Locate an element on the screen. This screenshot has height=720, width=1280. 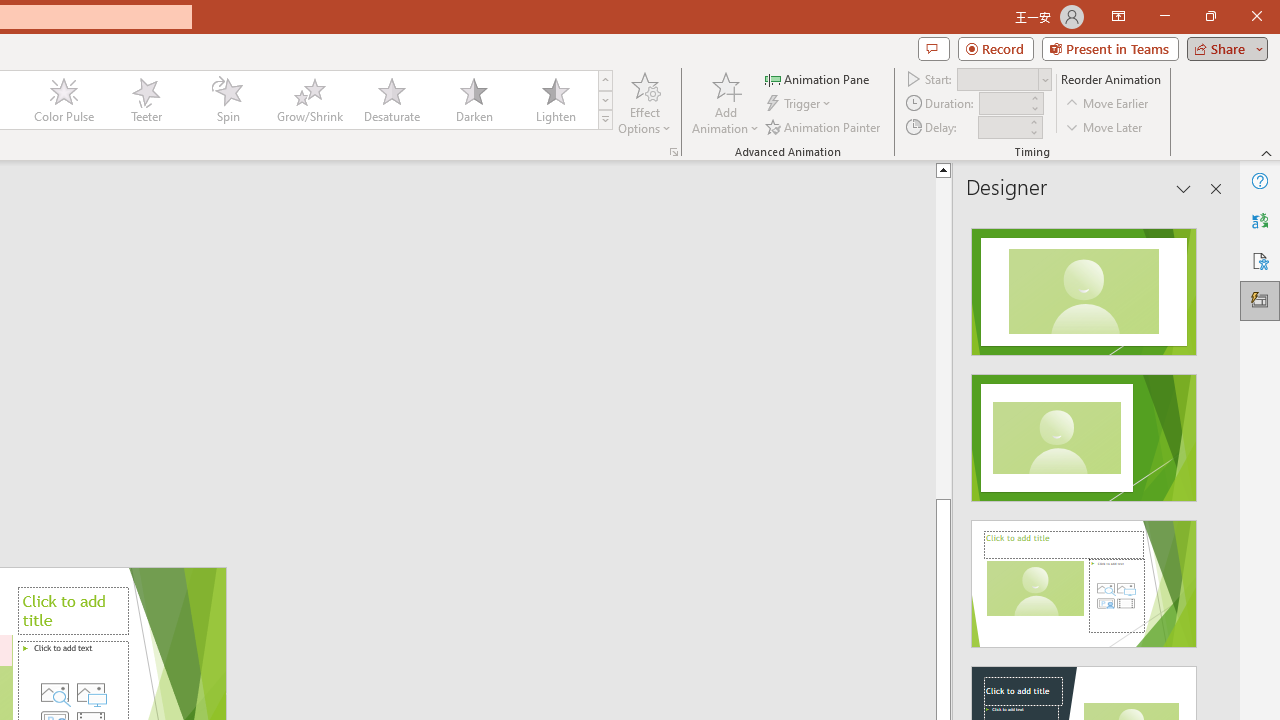
'Animation Duration' is located at coordinates (1003, 103).